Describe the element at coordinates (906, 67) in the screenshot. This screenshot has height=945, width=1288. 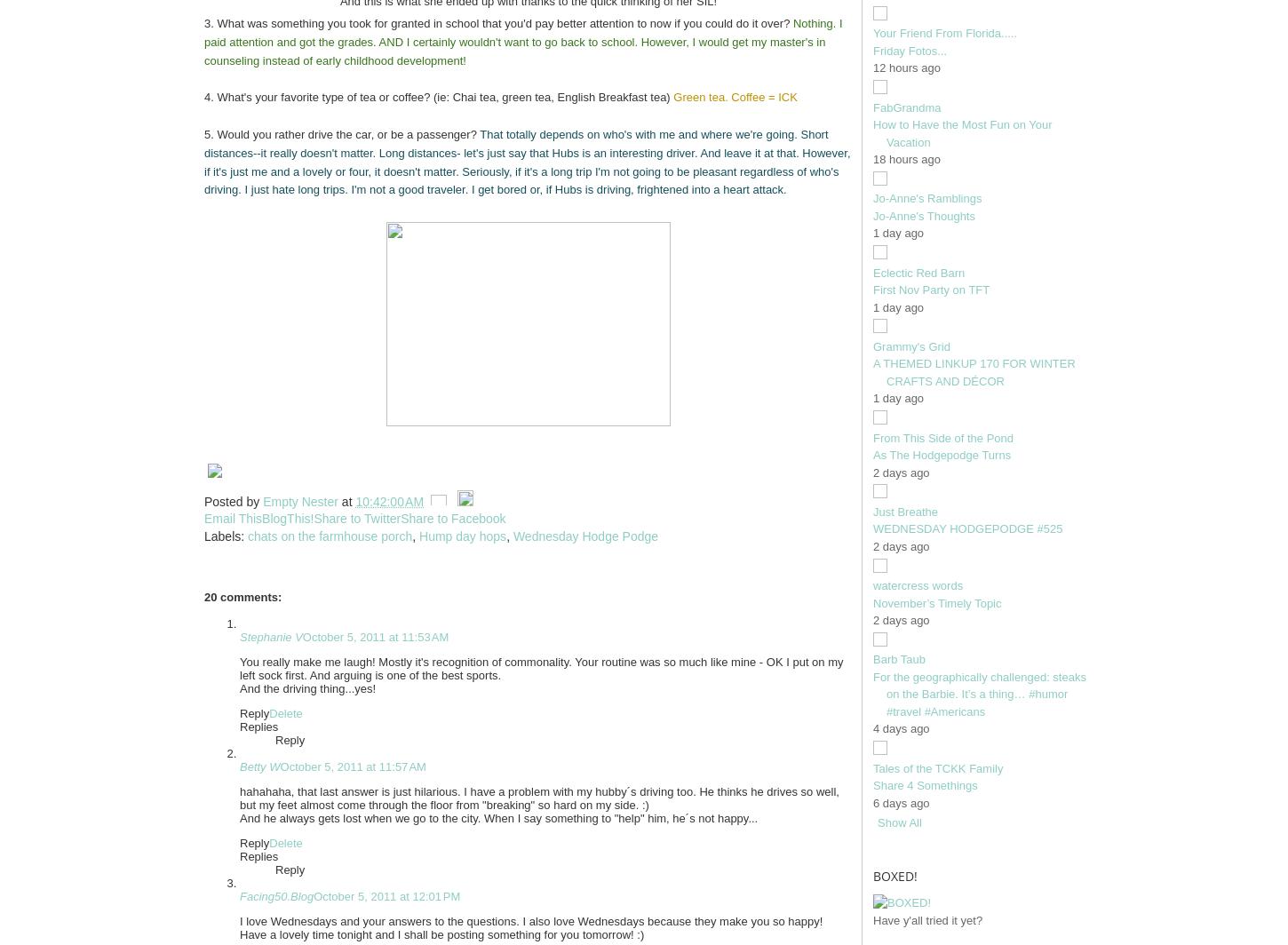
I see `'12 hours ago'` at that location.